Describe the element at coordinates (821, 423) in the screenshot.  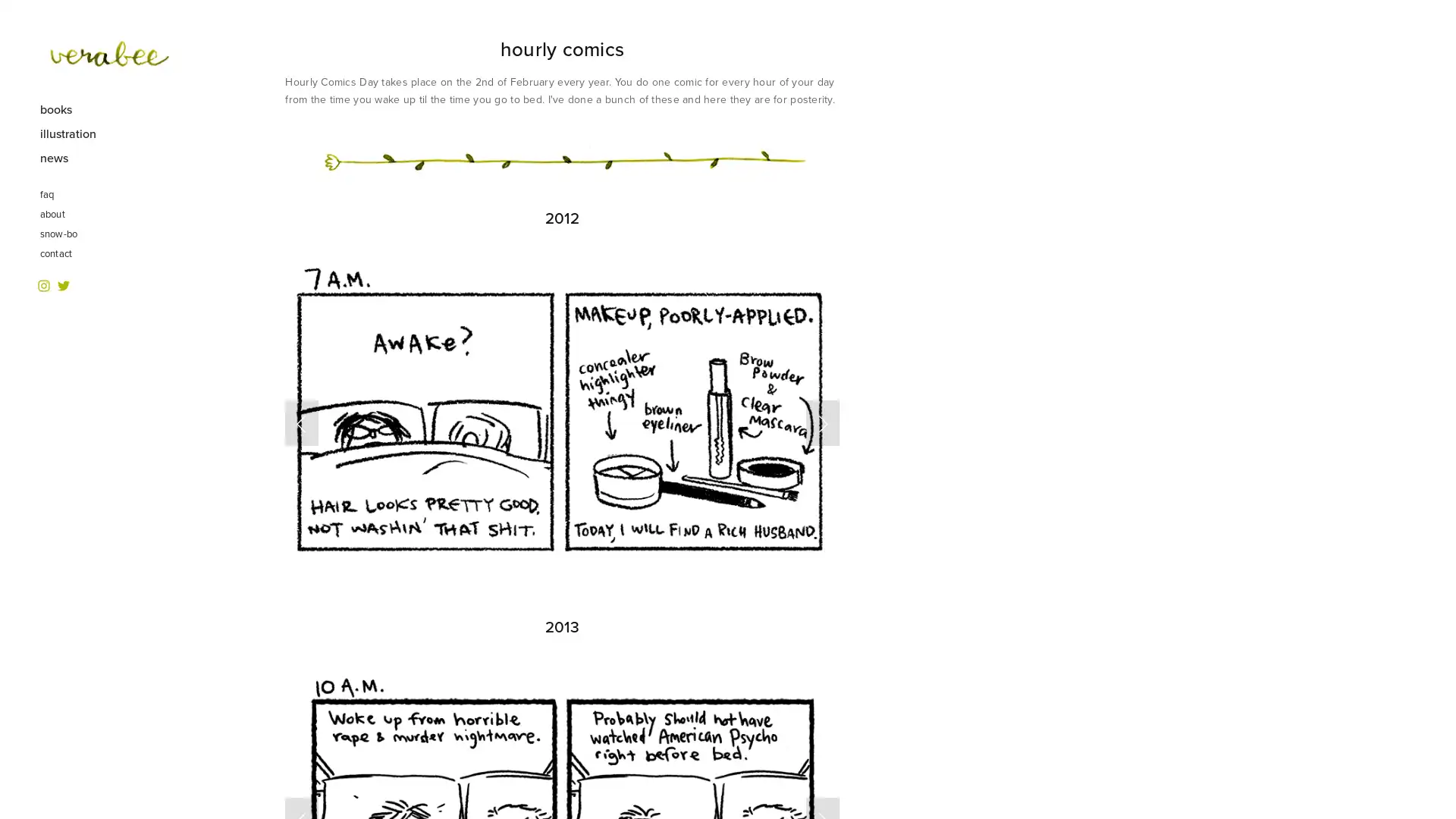
I see `Next Slide` at that location.